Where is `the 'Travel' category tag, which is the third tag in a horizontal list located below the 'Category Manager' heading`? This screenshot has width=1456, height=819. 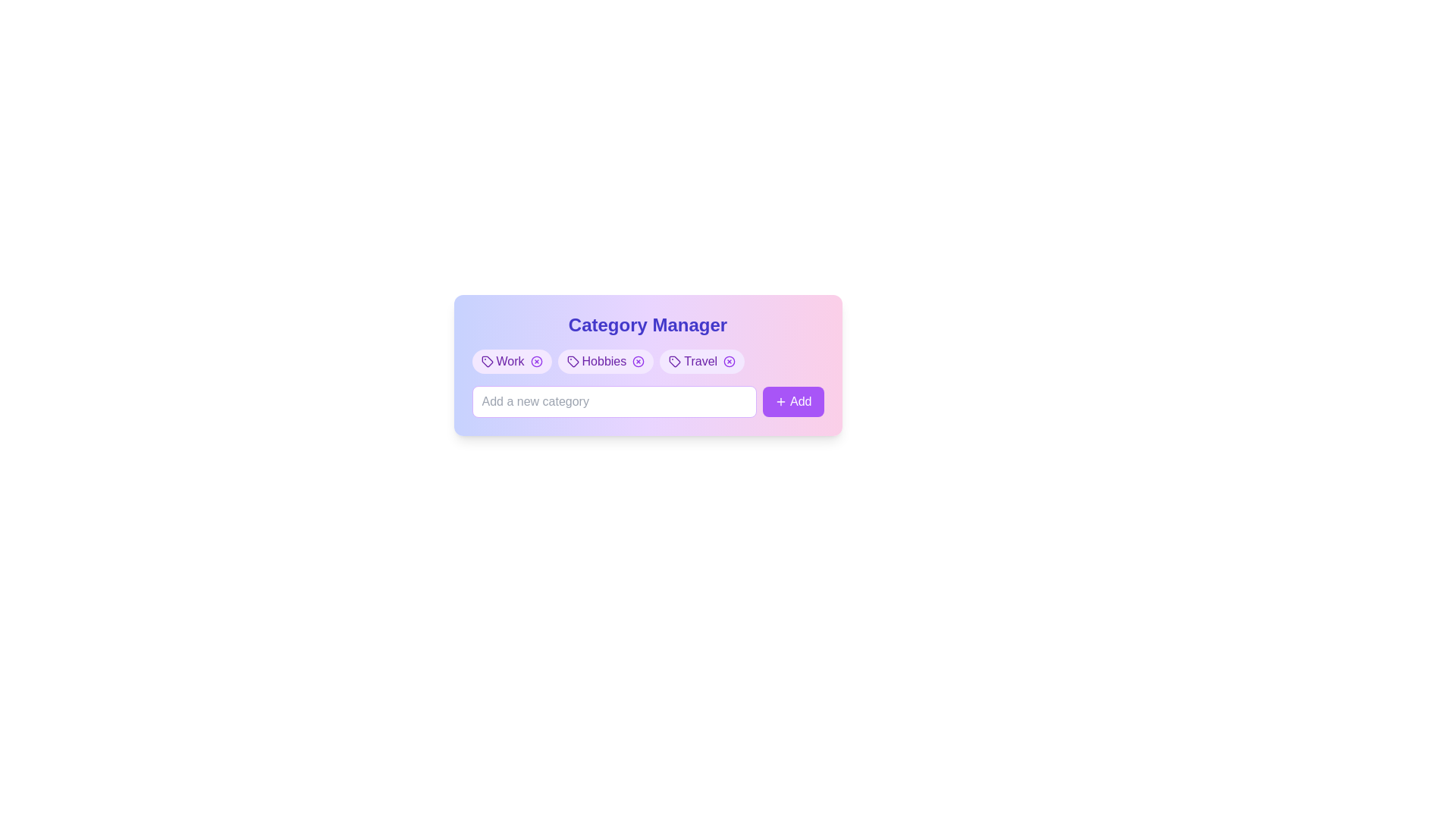 the 'Travel' category tag, which is the third tag in a horizontal list located below the 'Category Manager' heading is located at coordinates (701, 362).